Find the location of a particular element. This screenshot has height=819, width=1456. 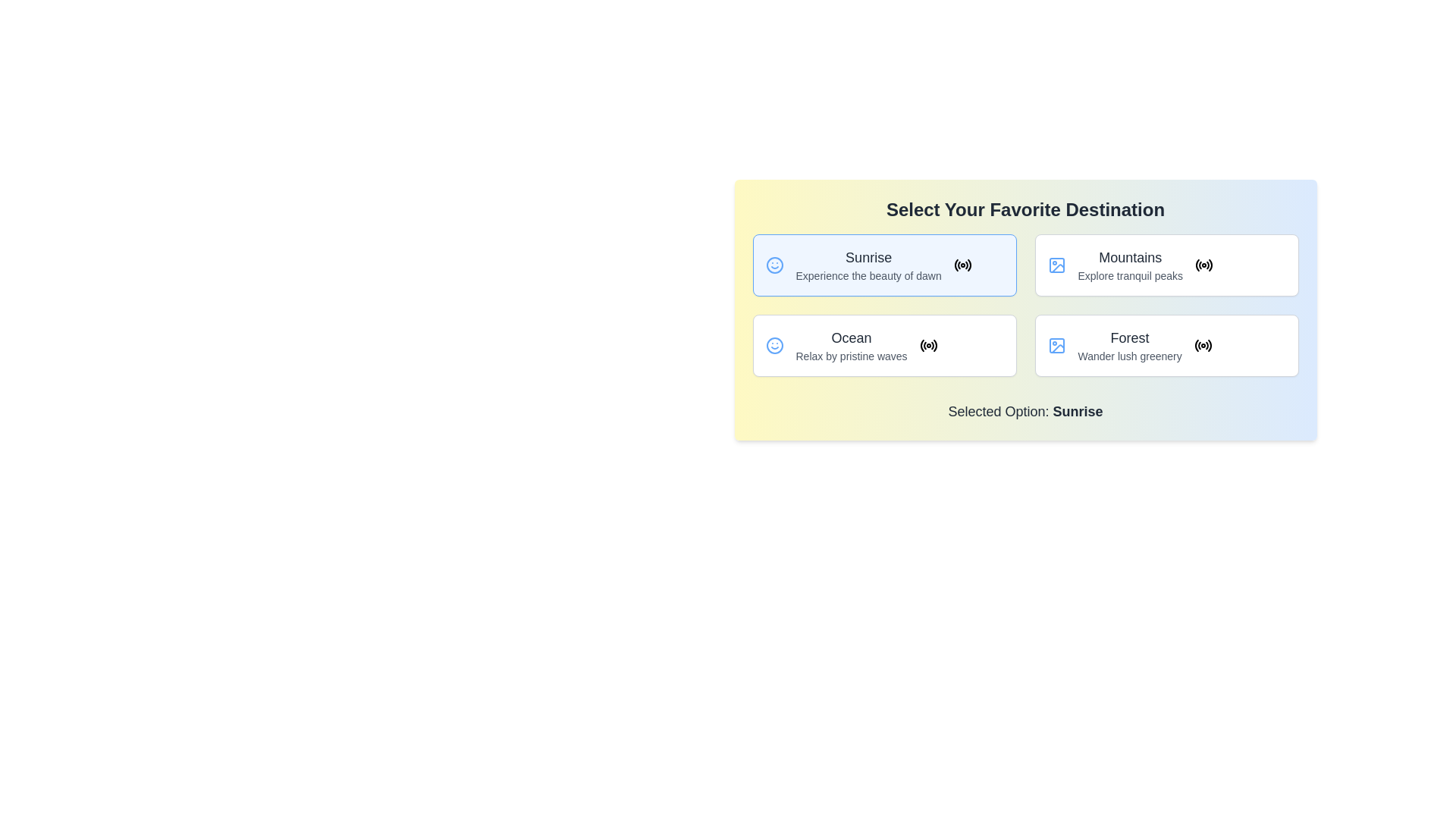

the radio symbol icon located to the right of the text 'Ocean Relax by pristine waves' in the lower-left card is located at coordinates (927, 345).